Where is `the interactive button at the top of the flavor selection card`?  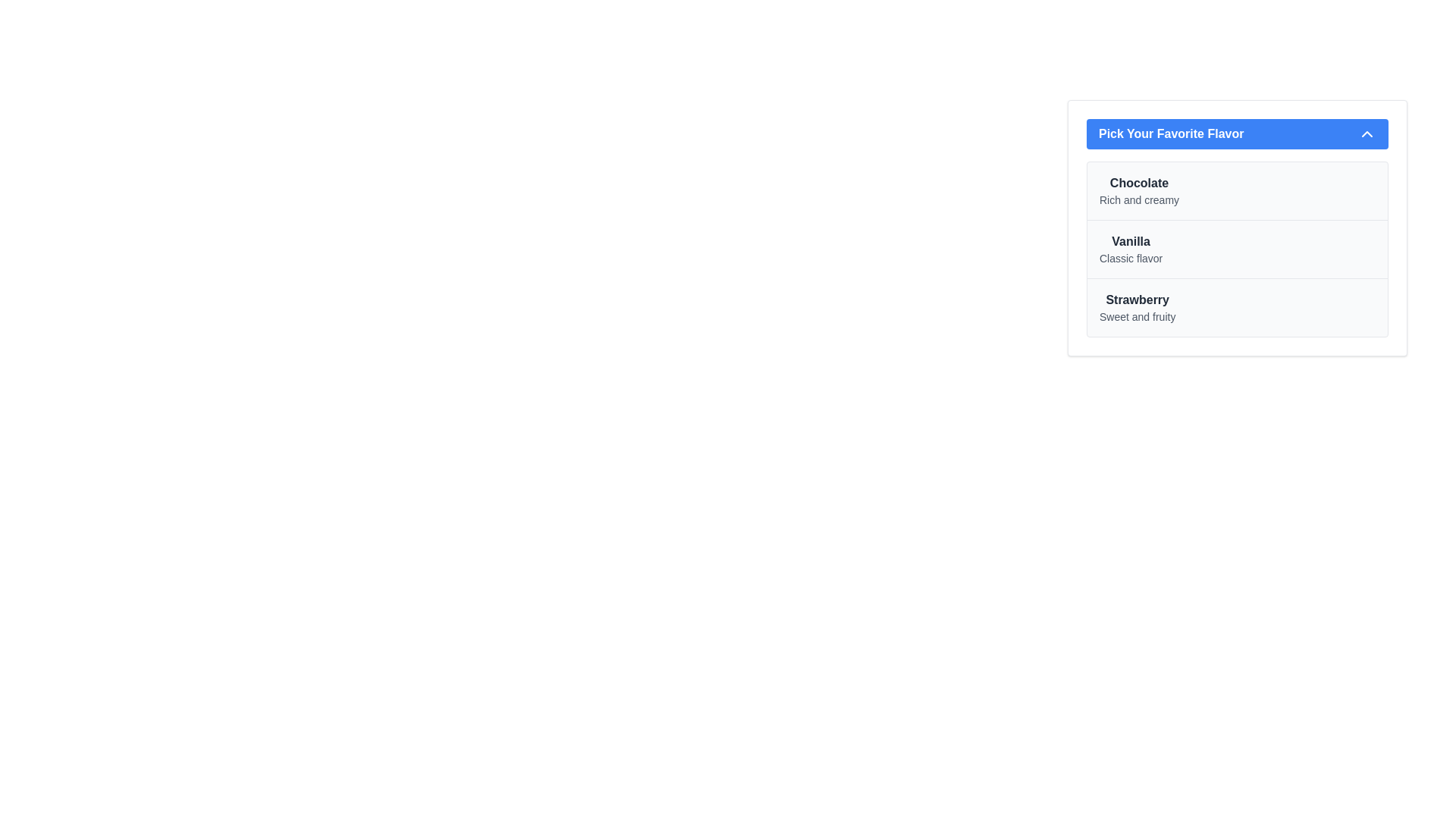
the interactive button at the top of the flavor selection card is located at coordinates (1238, 133).